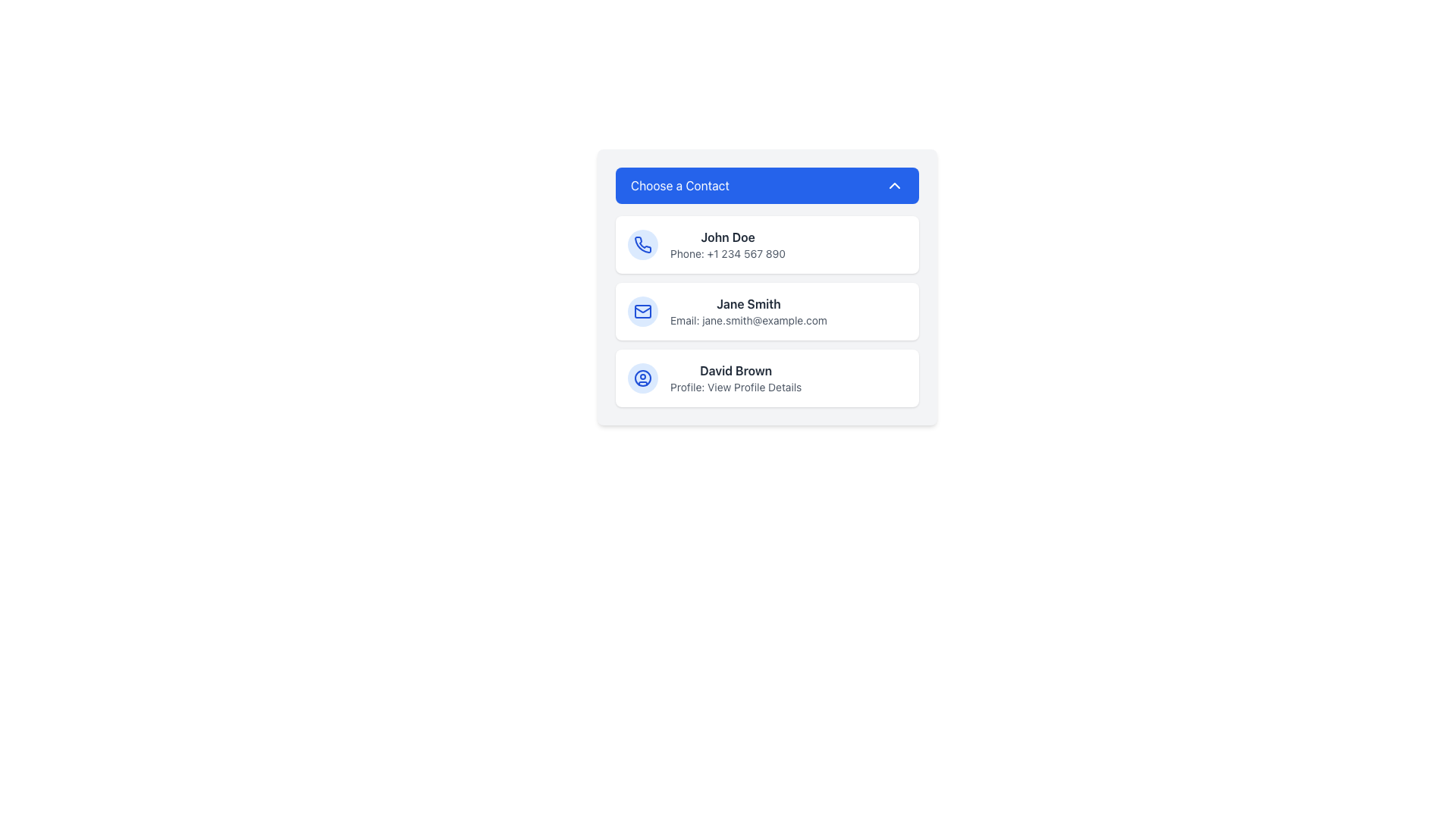 Image resolution: width=1456 pixels, height=819 pixels. I want to click on the Text Label that displays the name of the contact in the topmost contact card of the vertically stacked list, positioned above the phone number 'Phone: +1 234 567 890', so click(728, 237).